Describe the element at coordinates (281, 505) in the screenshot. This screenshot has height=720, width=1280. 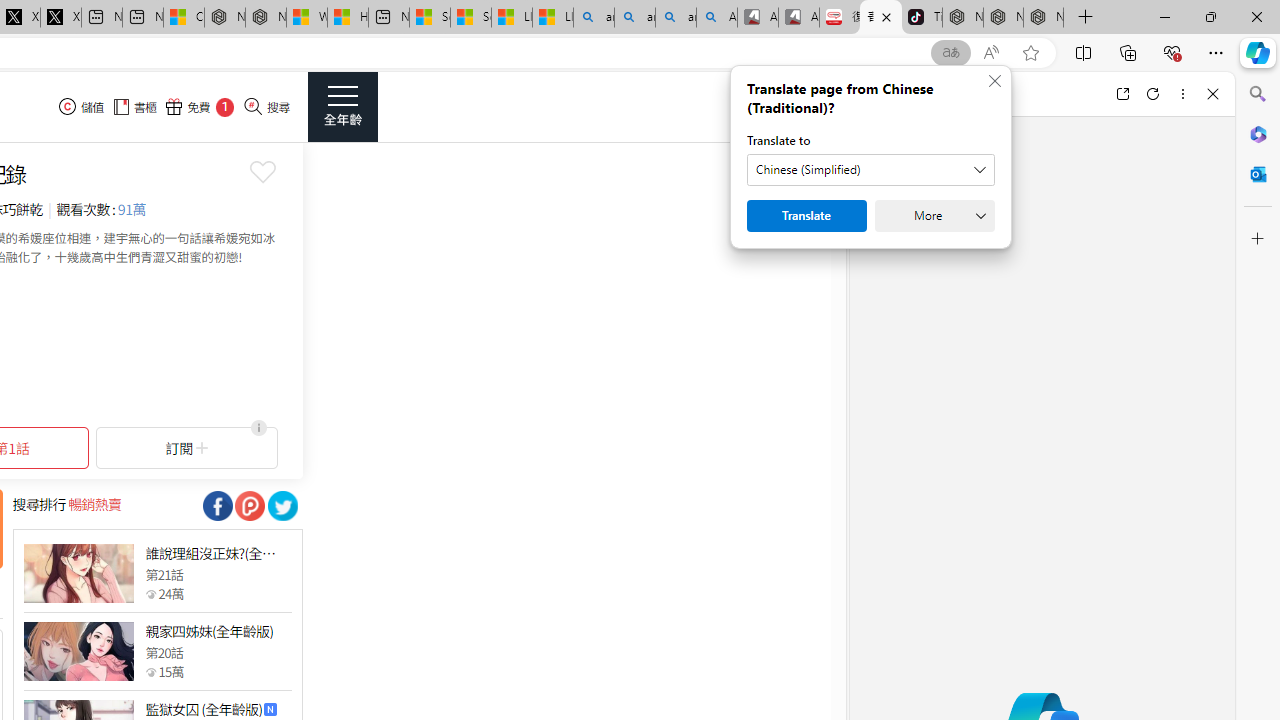
I see `'Class: socialShare'` at that location.